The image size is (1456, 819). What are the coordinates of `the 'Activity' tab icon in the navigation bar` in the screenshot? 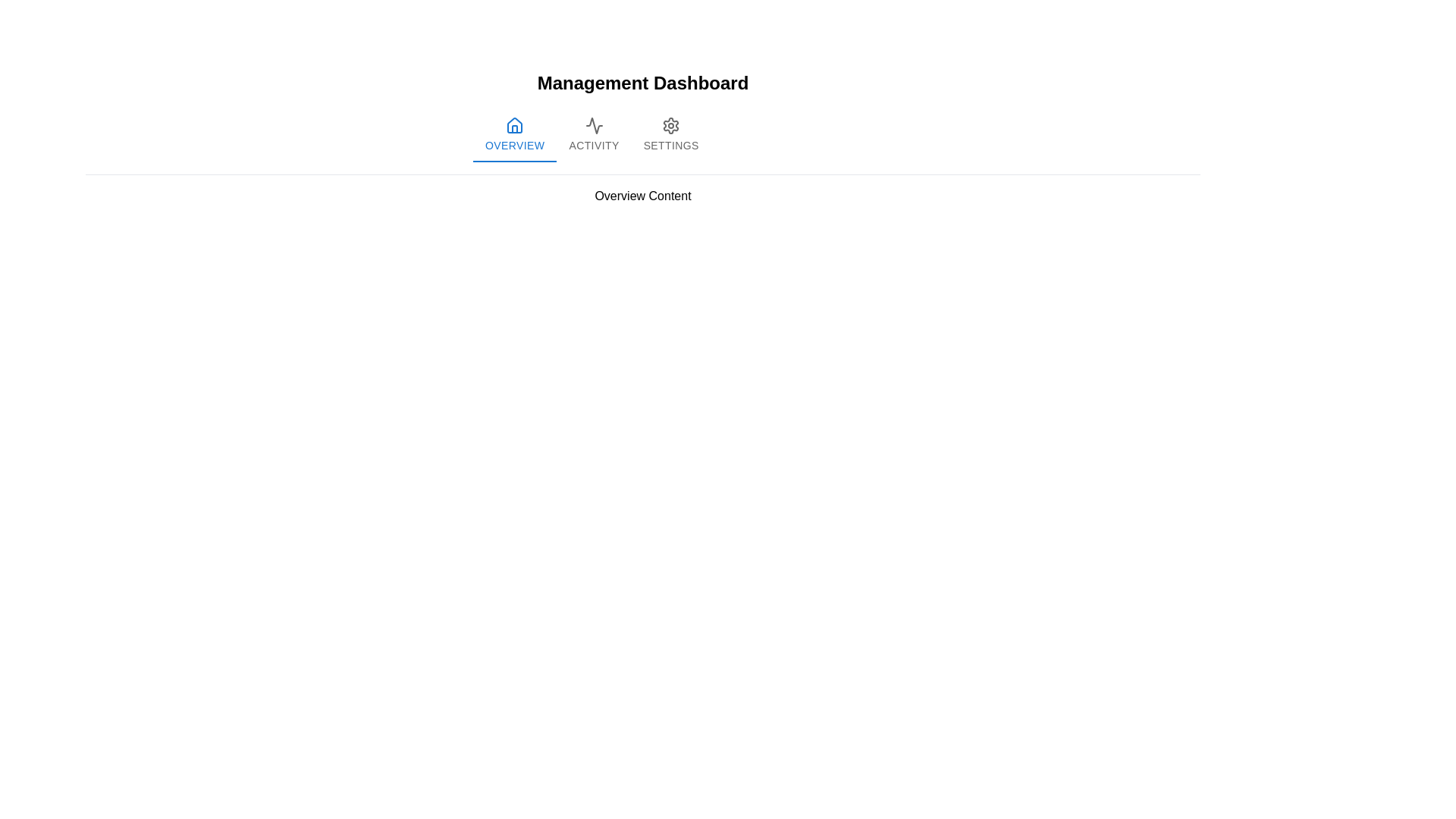 It's located at (593, 125).